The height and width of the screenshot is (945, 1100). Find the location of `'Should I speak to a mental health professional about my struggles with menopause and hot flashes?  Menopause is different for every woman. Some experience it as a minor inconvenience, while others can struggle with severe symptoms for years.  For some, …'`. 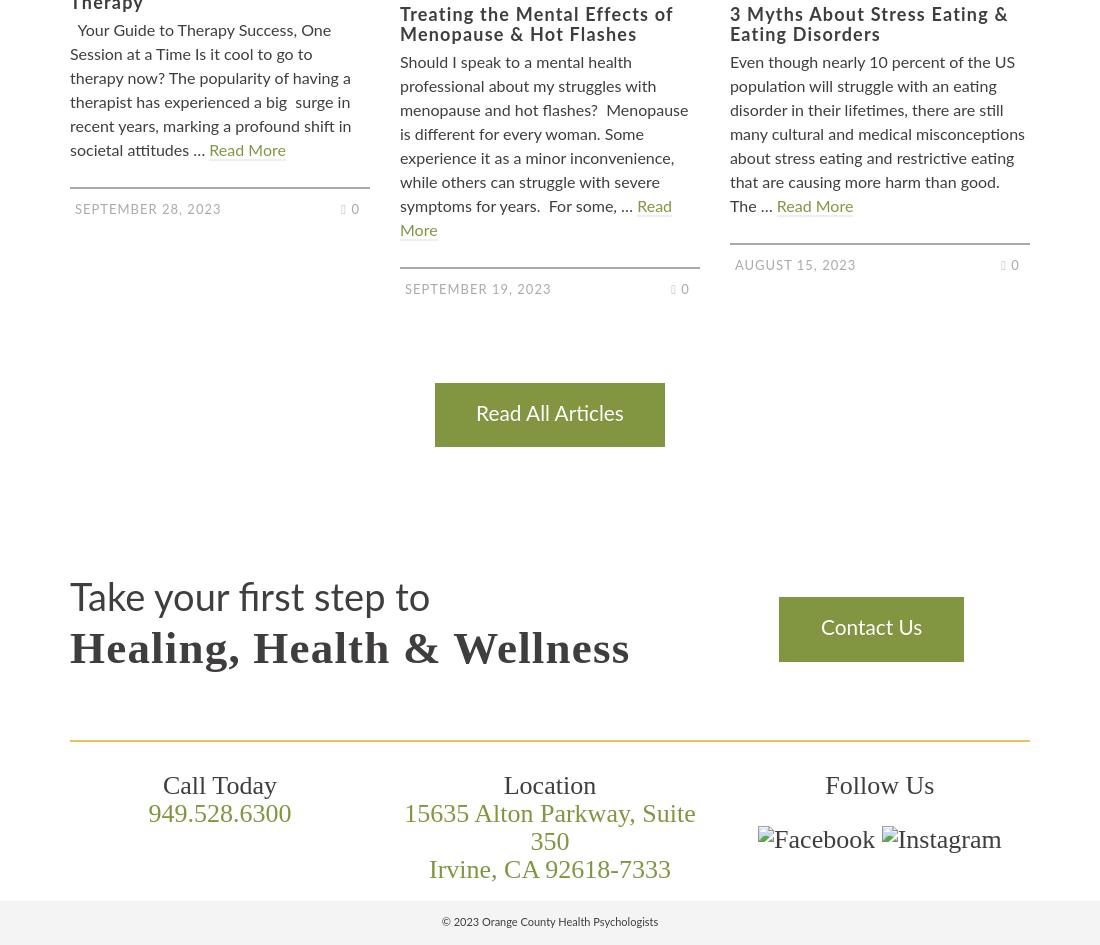

'Should I speak to a mental health professional about my struggles with menopause and hot flashes?  Menopause is different for every woman. Some experience it as a minor inconvenience, while others can struggle with severe symptoms for years.  For some, …' is located at coordinates (543, 133).